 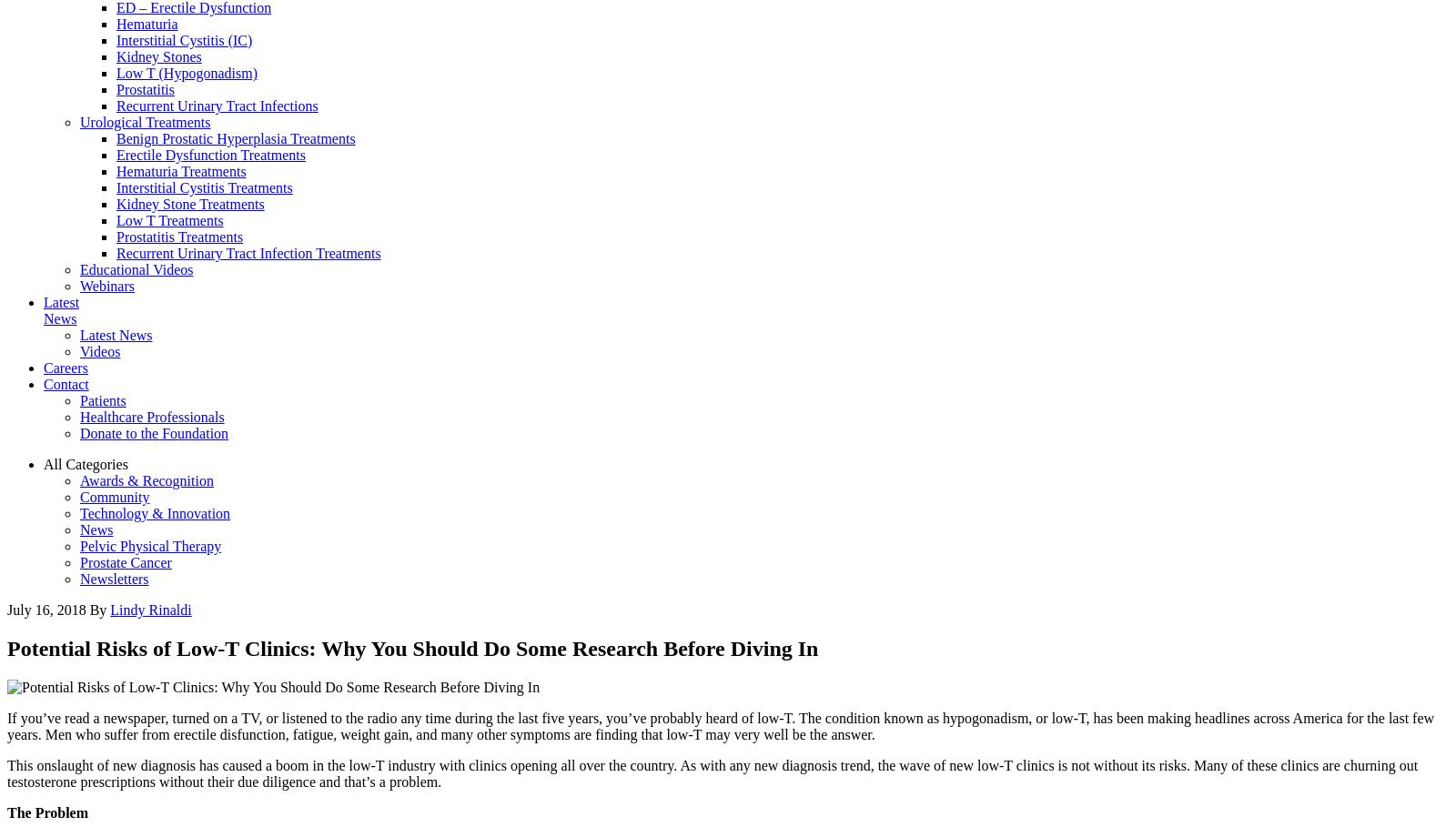 What do you see at coordinates (106, 285) in the screenshot?
I see `'Webinars'` at bounding box center [106, 285].